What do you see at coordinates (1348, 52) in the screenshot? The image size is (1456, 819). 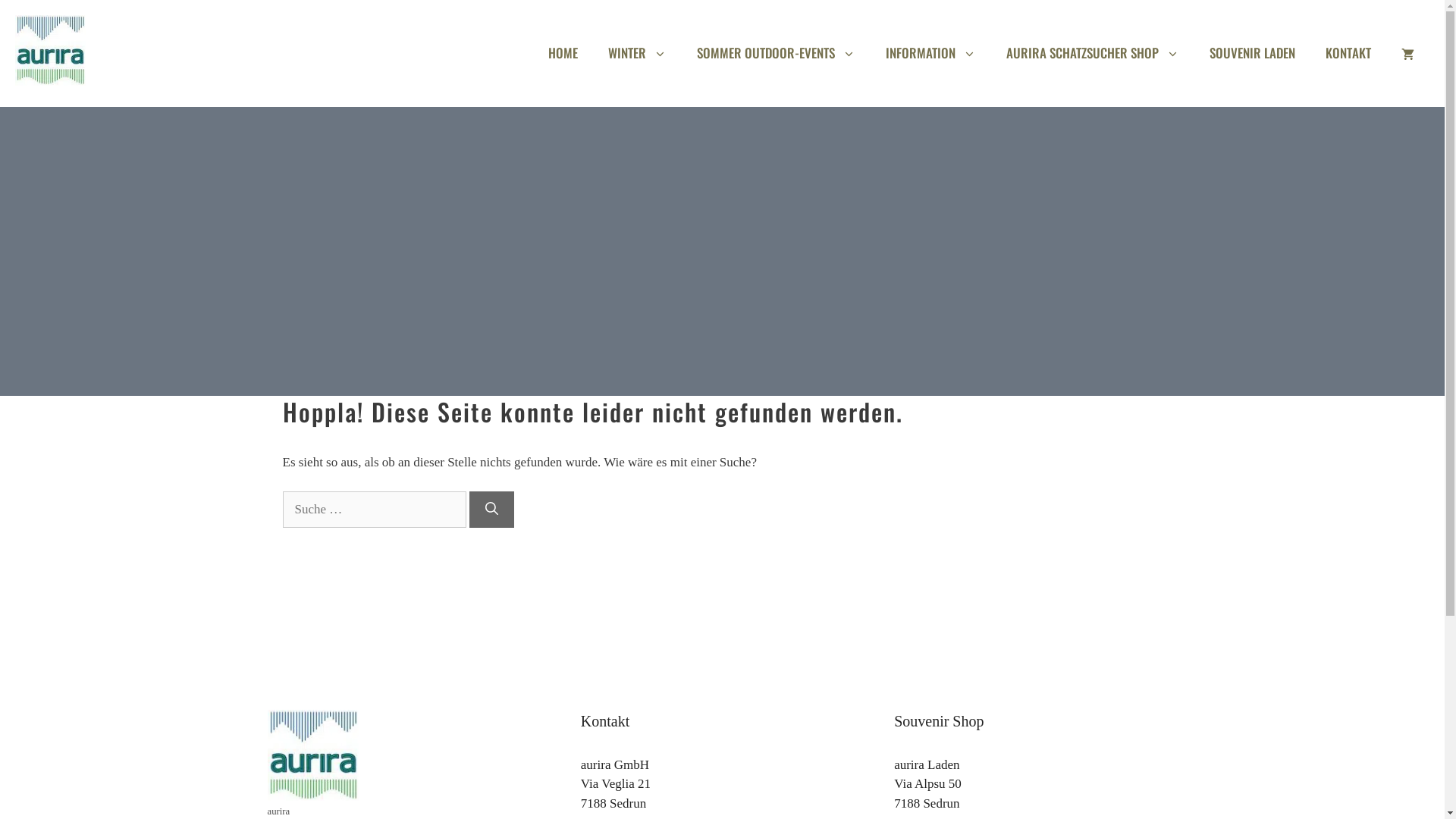 I see `'KONTAKT'` at bounding box center [1348, 52].